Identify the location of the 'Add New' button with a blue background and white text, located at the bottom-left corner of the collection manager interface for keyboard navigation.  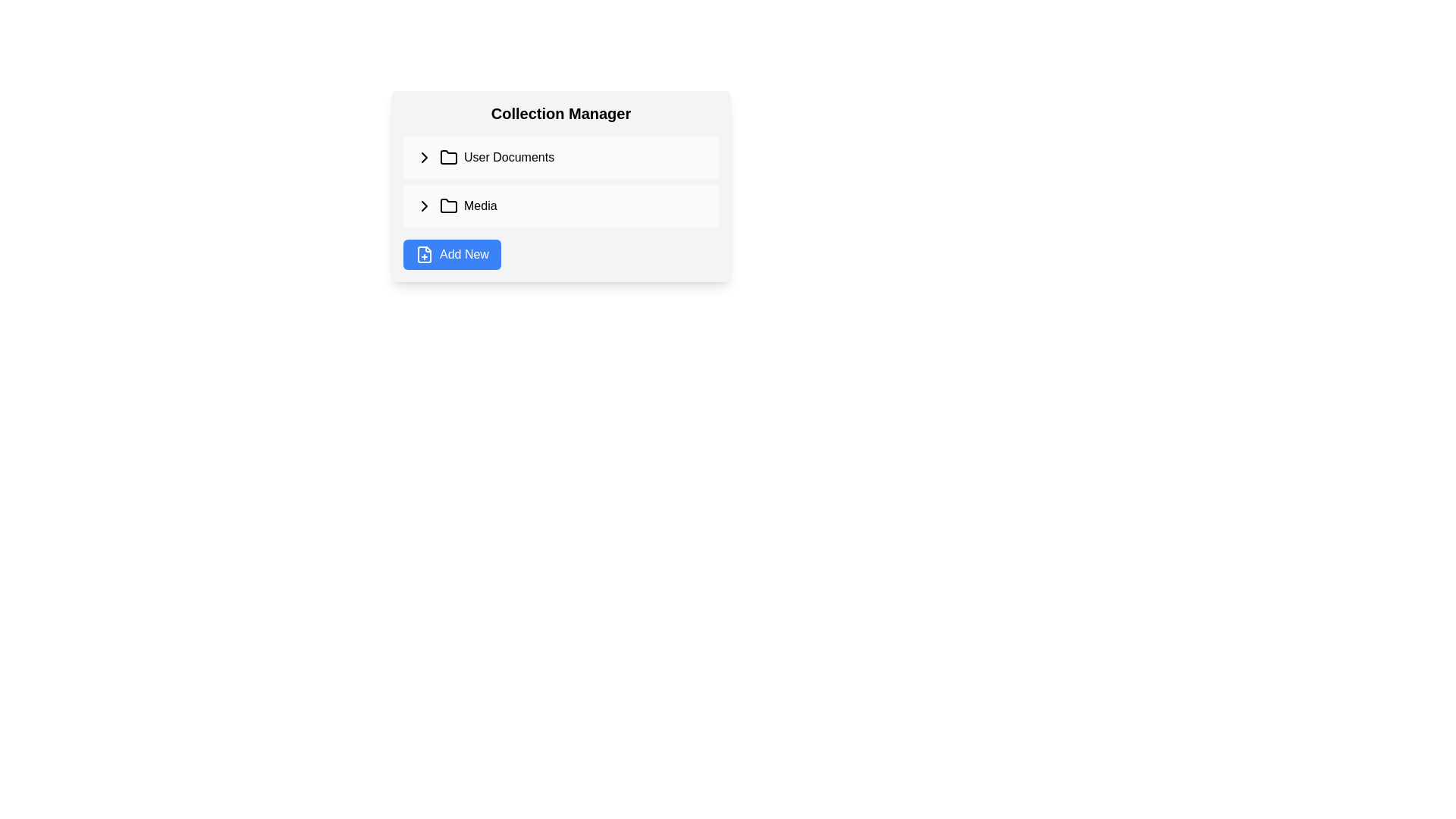
(451, 253).